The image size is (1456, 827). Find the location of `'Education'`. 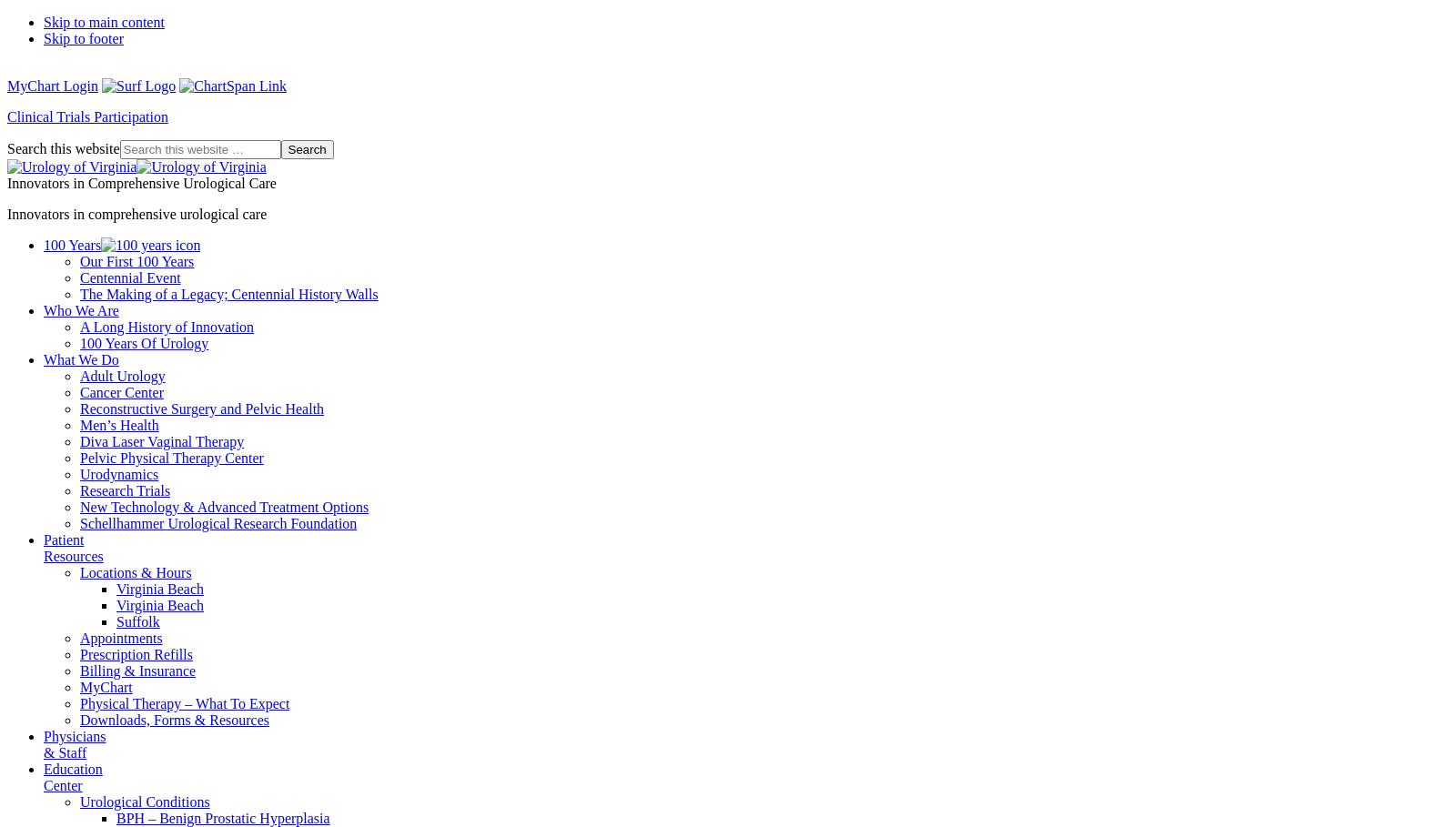

'Education' is located at coordinates (43, 768).